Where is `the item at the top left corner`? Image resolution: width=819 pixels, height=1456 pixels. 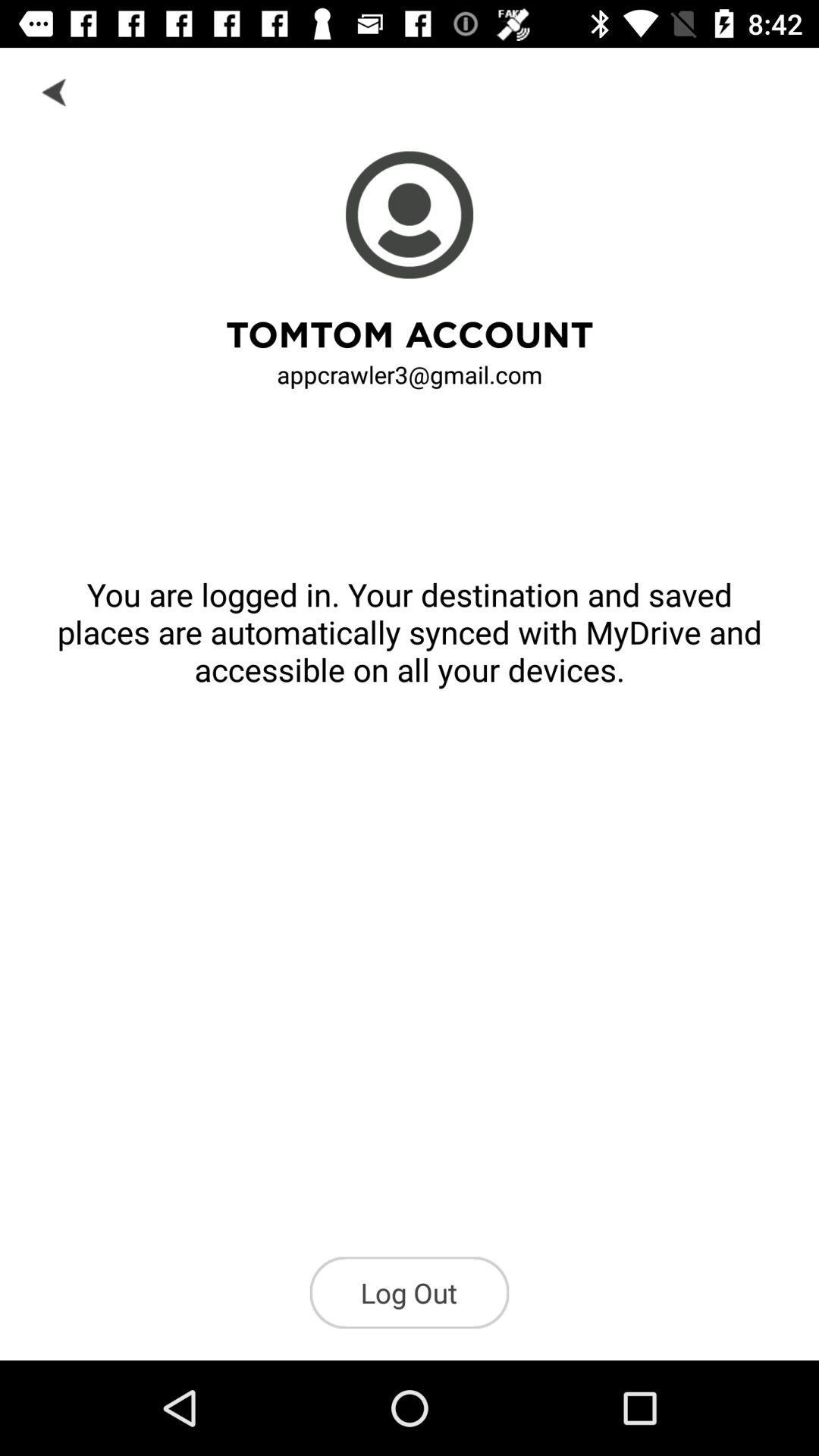 the item at the top left corner is located at coordinates (55, 90).